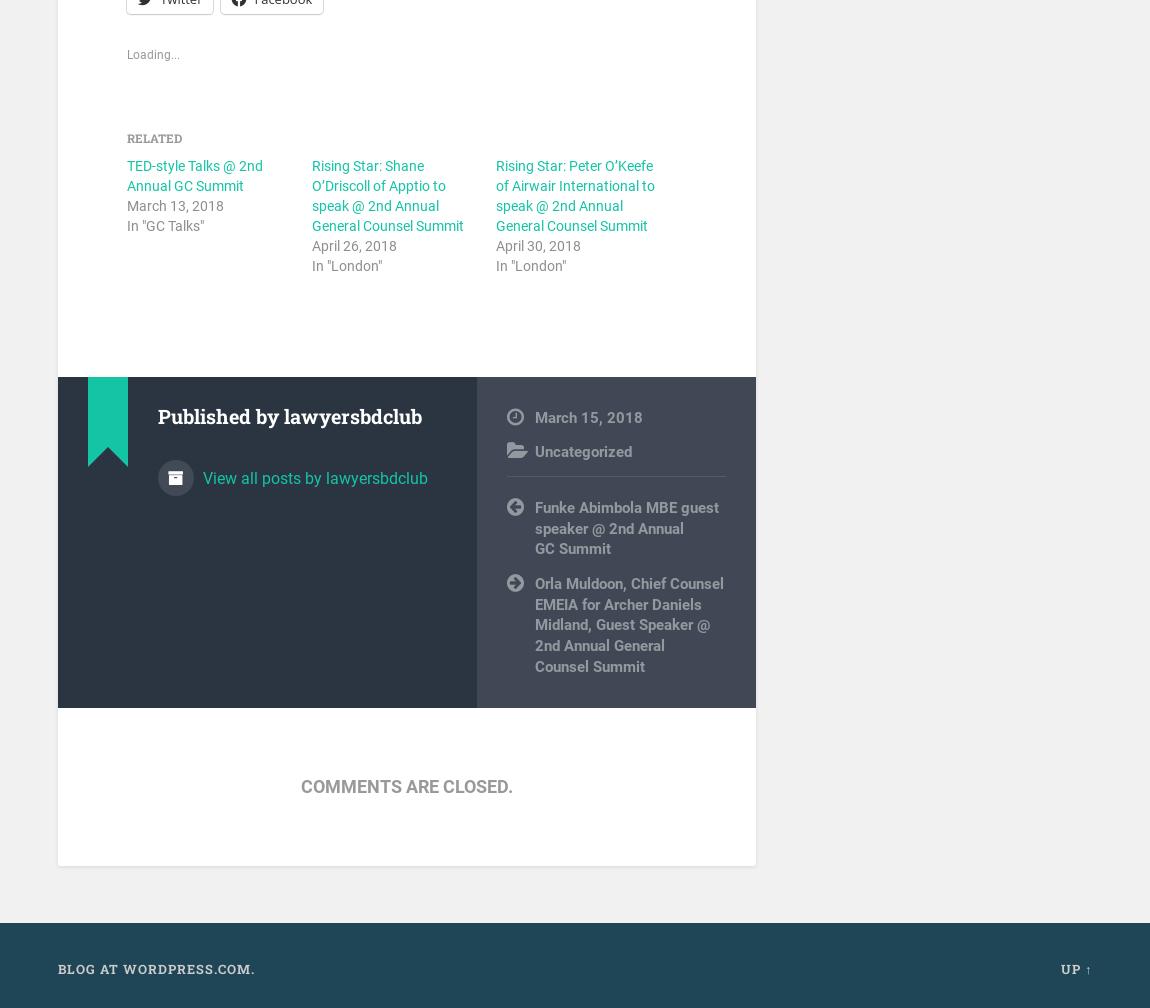 The image size is (1150, 1008). I want to click on 'Blog at WordPress.com.', so click(154, 968).